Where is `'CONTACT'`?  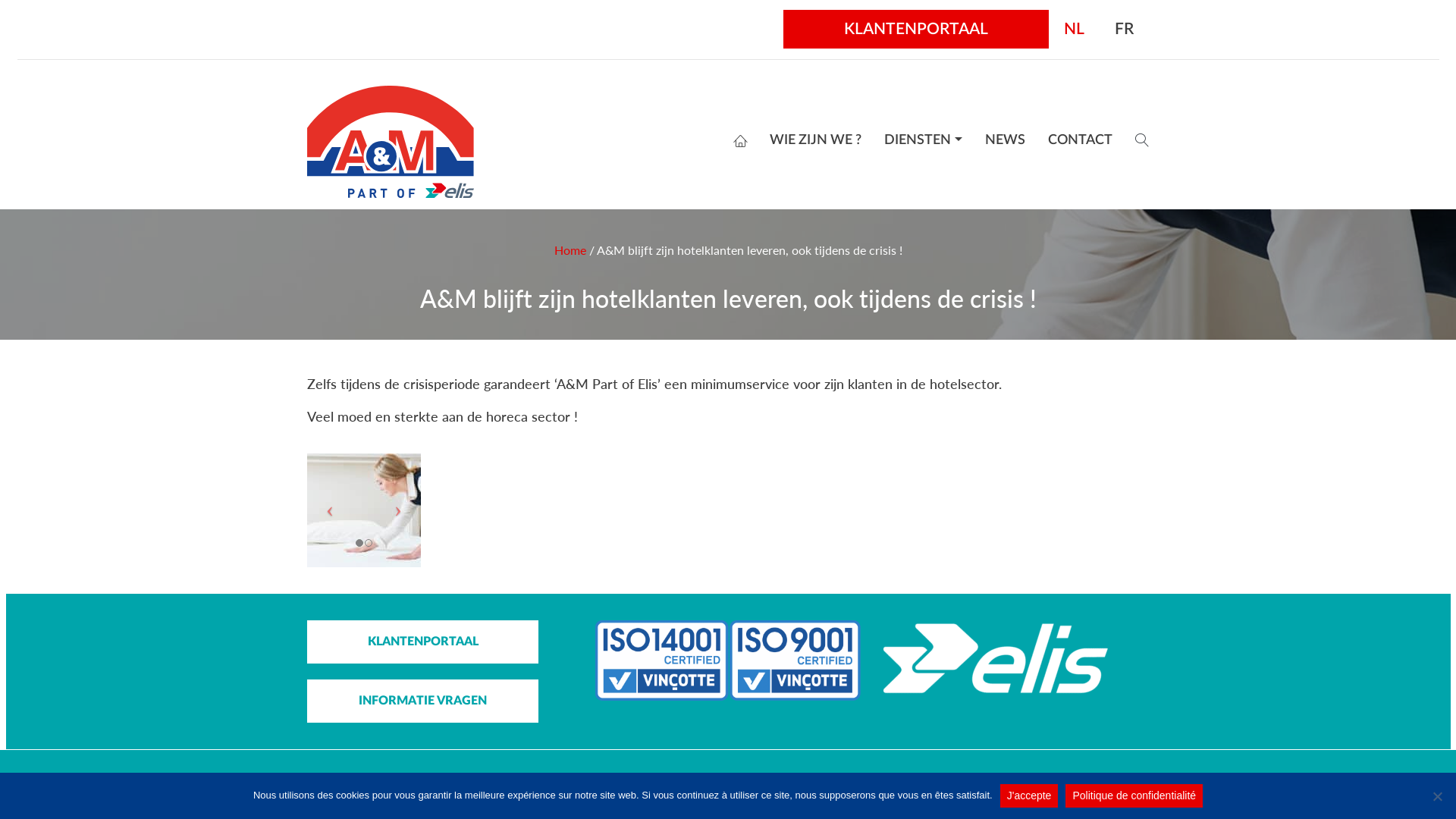 'CONTACT' is located at coordinates (1079, 140).